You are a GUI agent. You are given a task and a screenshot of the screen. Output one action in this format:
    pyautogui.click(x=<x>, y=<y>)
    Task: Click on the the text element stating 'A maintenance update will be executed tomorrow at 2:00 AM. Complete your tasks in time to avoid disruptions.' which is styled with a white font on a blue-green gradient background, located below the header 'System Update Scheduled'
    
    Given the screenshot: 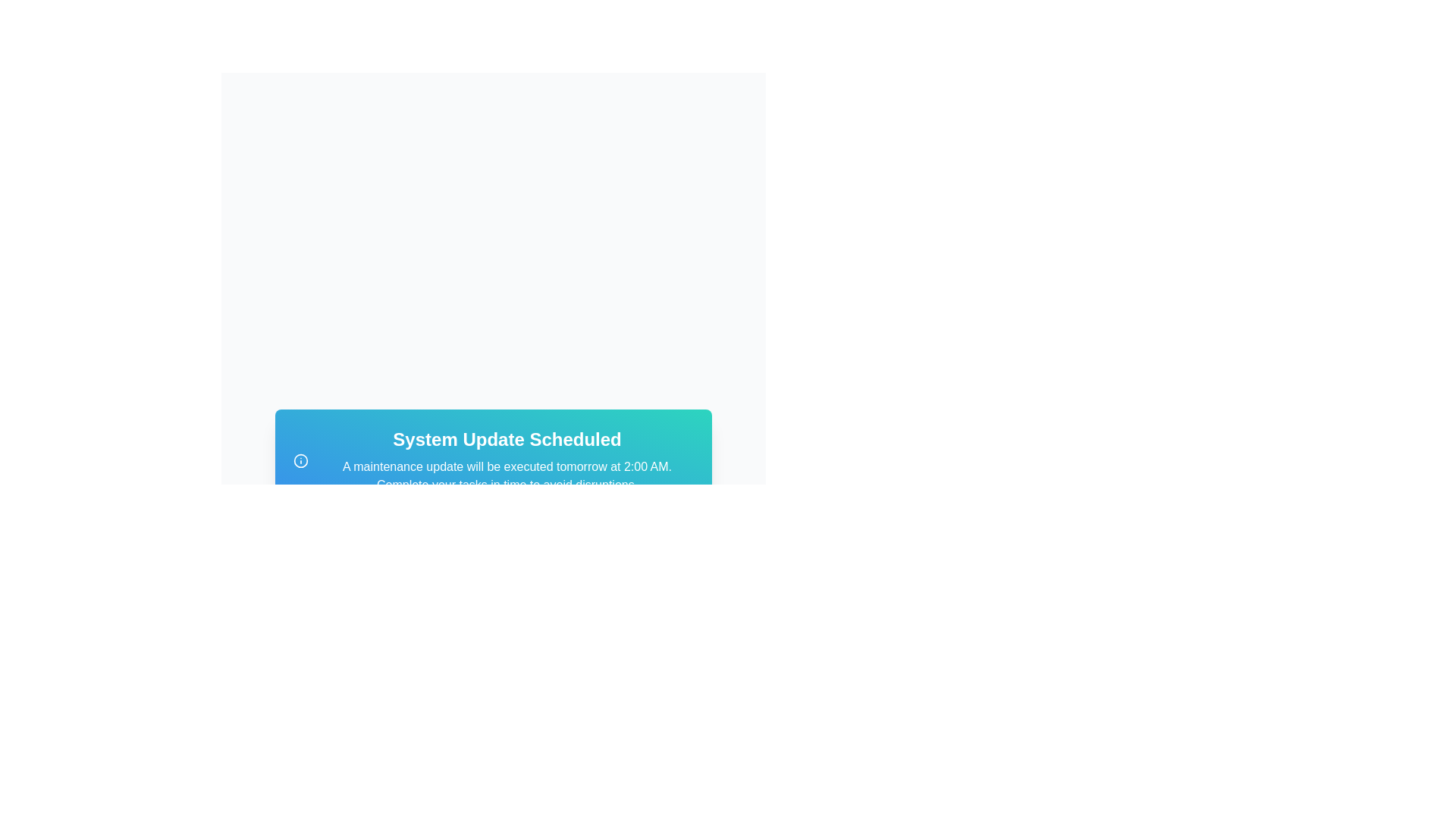 What is the action you would take?
    pyautogui.click(x=507, y=475)
    